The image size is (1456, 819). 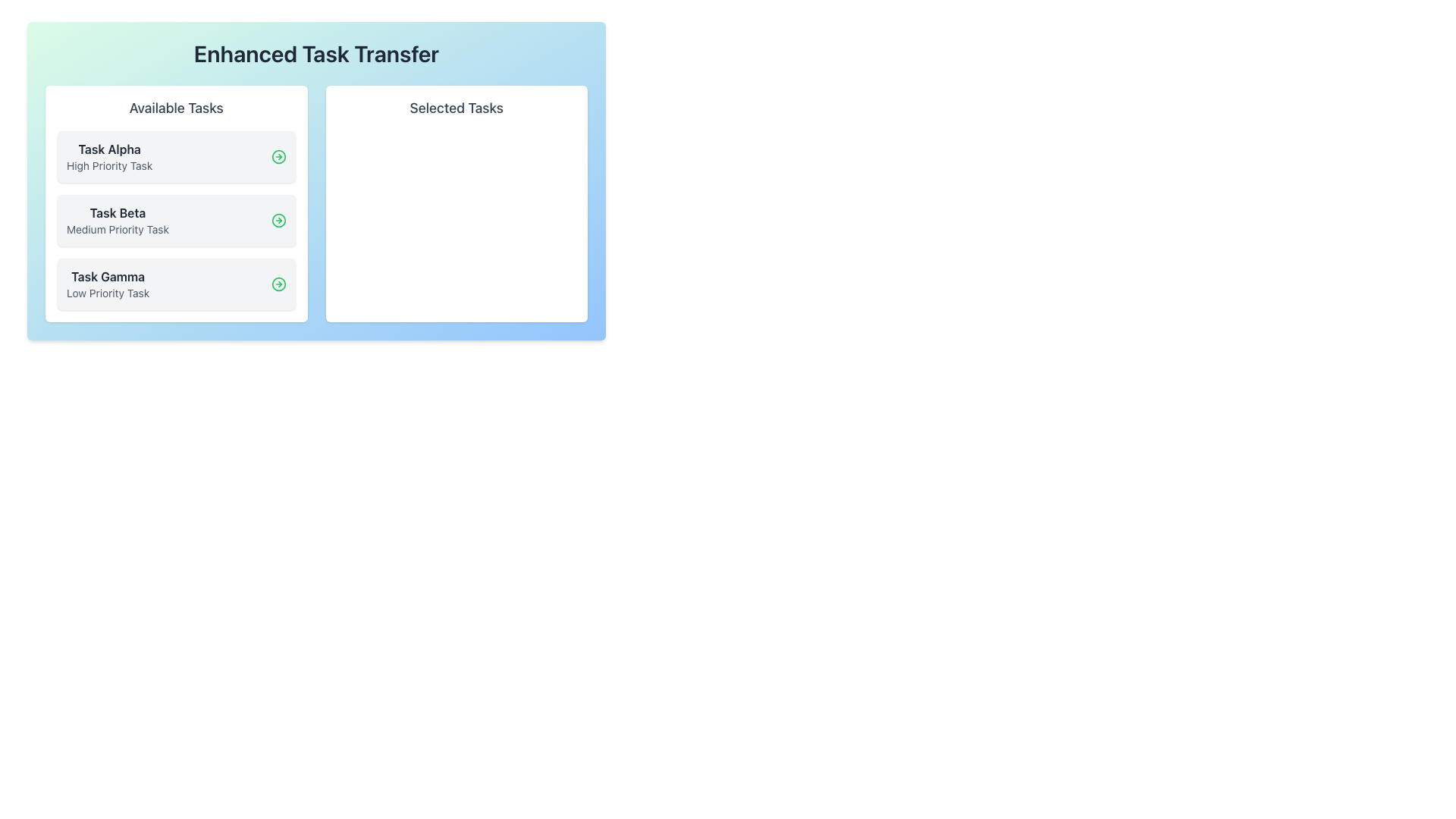 What do you see at coordinates (107, 293) in the screenshot?
I see `the static text label providing additional descriptive information about 'Task Gamma', which indicates its priority level` at bounding box center [107, 293].